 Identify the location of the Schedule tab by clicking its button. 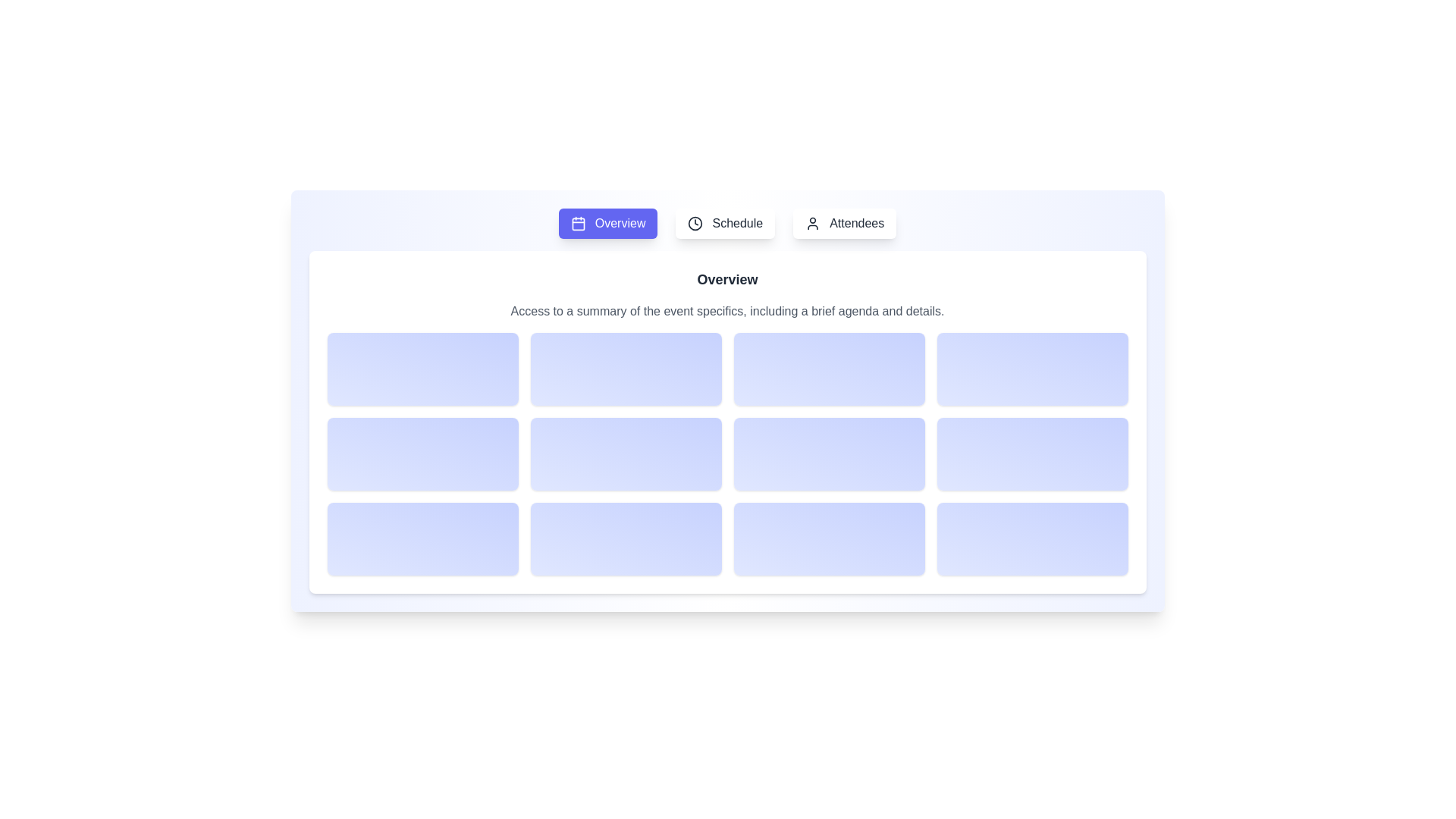
(724, 223).